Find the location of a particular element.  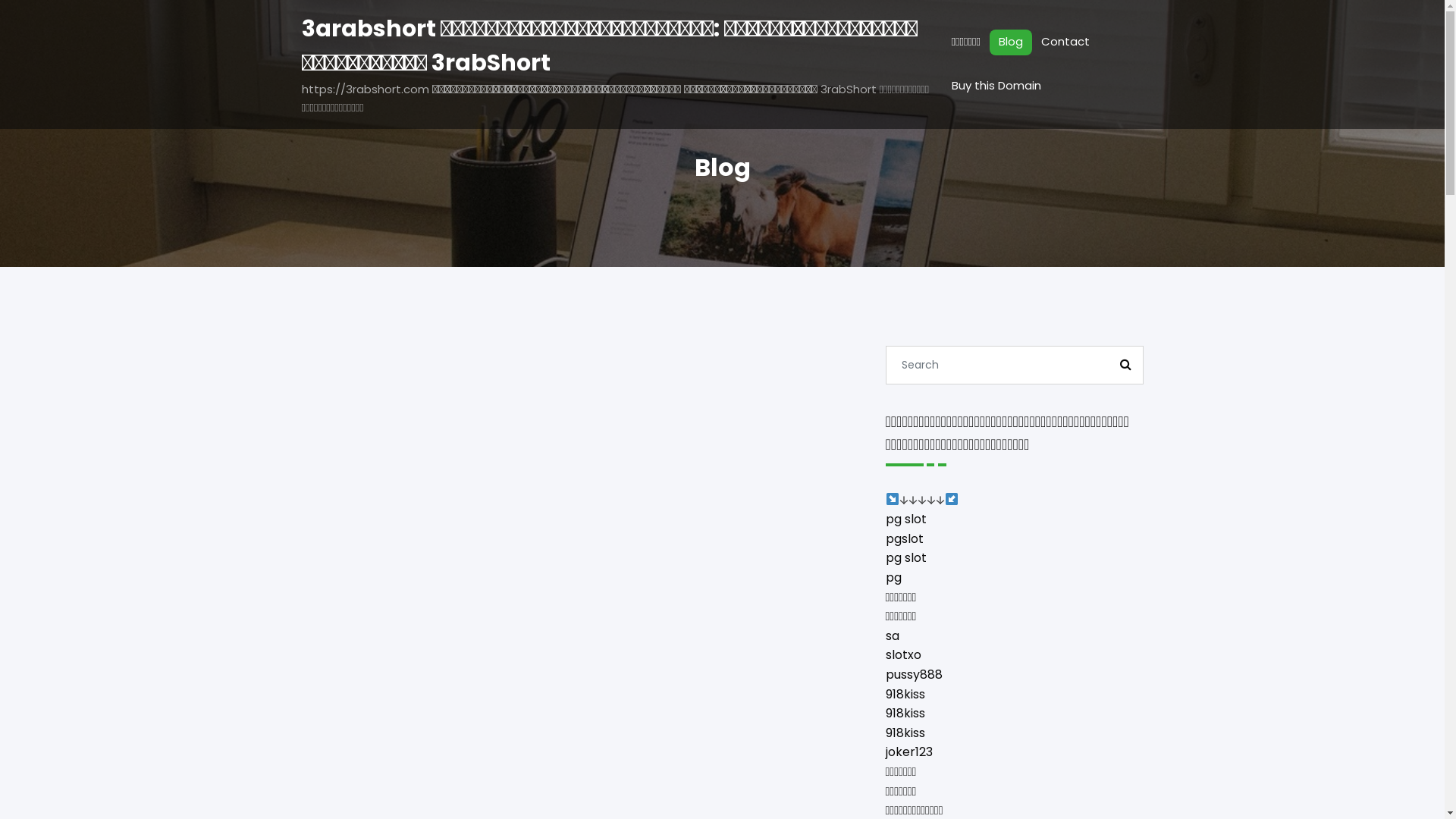

'slotxo' is located at coordinates (885, 654).